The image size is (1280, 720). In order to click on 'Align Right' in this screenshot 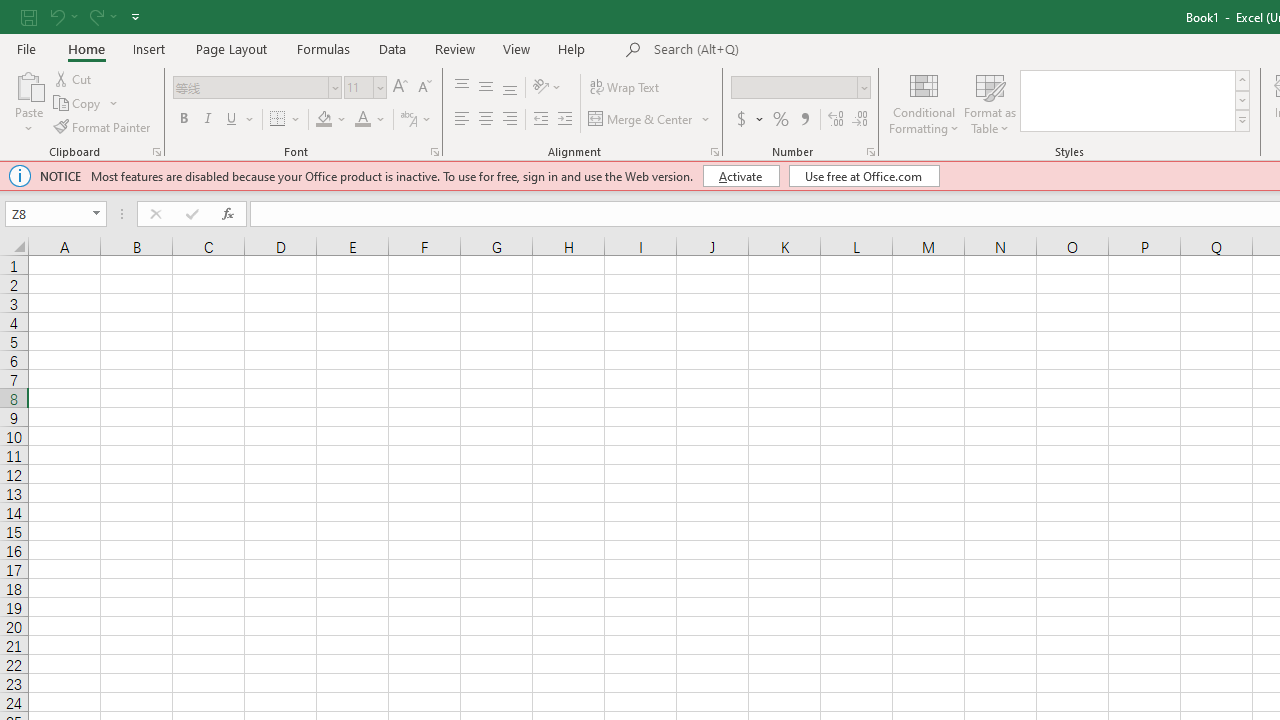, I will do `click(510, 119)`.